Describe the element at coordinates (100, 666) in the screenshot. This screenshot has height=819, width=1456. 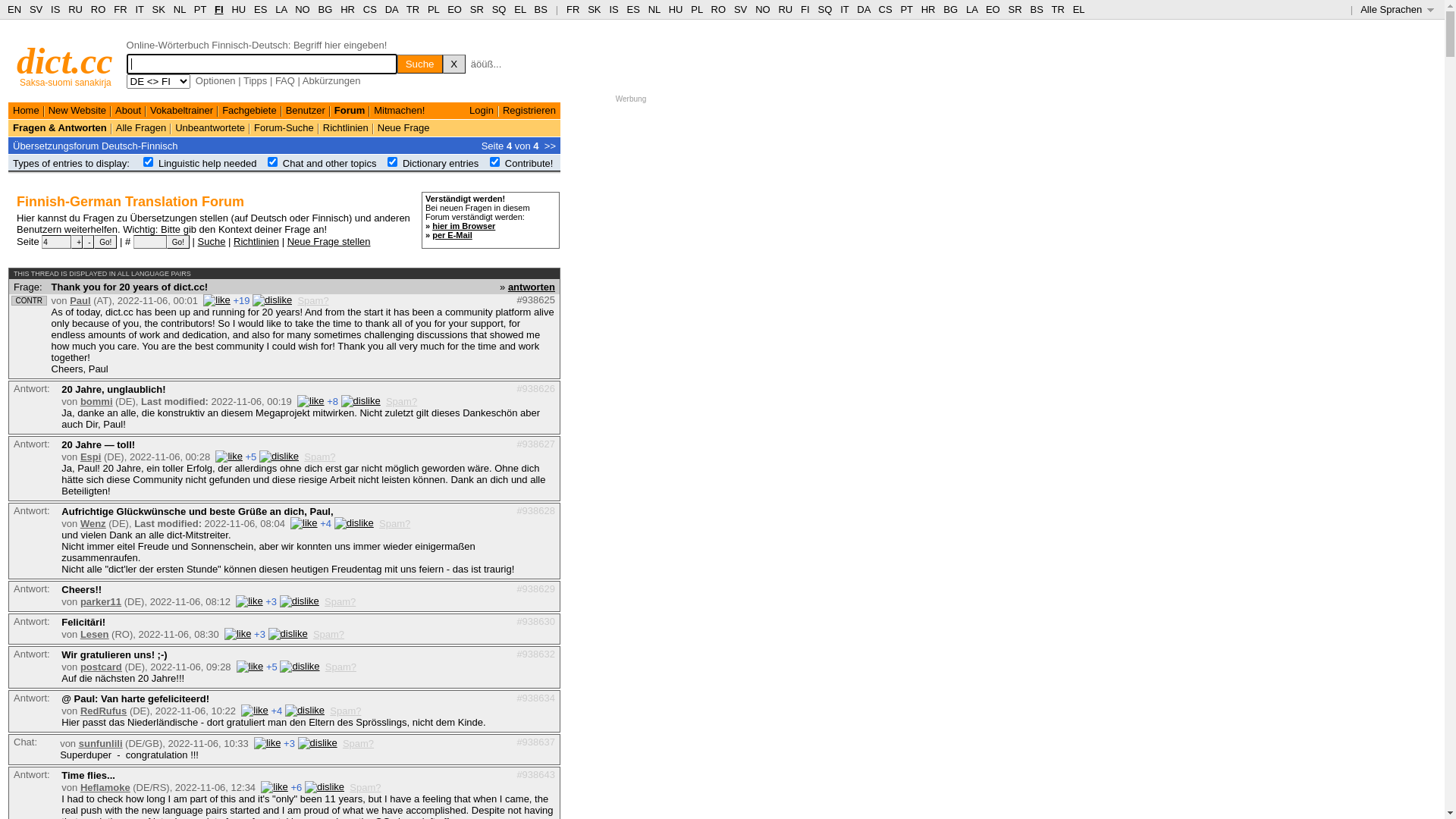
I see `'postcard'` at that location.